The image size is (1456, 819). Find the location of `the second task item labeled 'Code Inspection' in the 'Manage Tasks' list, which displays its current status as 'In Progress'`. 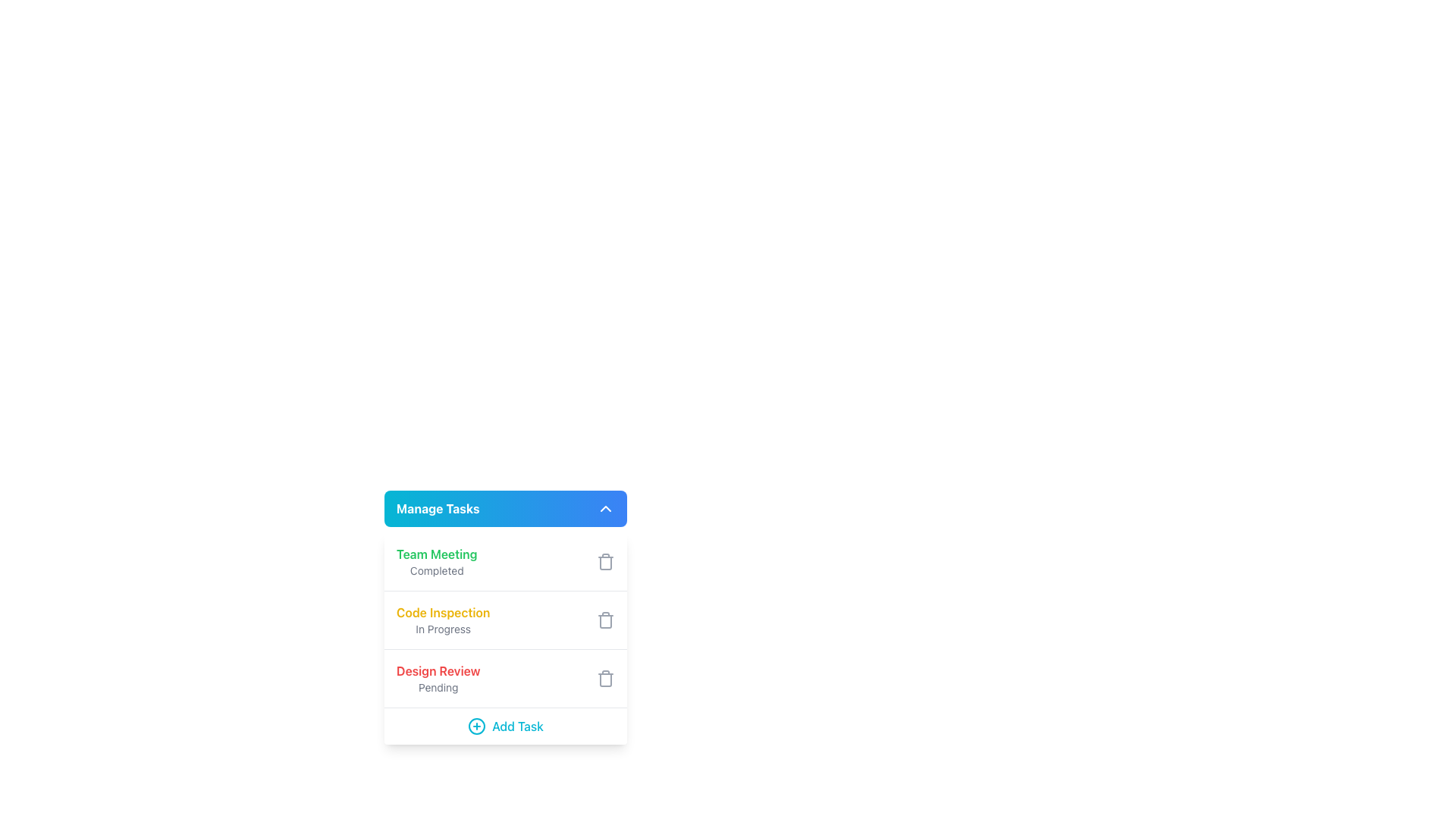

the second task item labeled 'Code Inspection' in the 'Manage Tasks' list, which displays its current status as 'In Progress' is located at coordinates (506, 639).